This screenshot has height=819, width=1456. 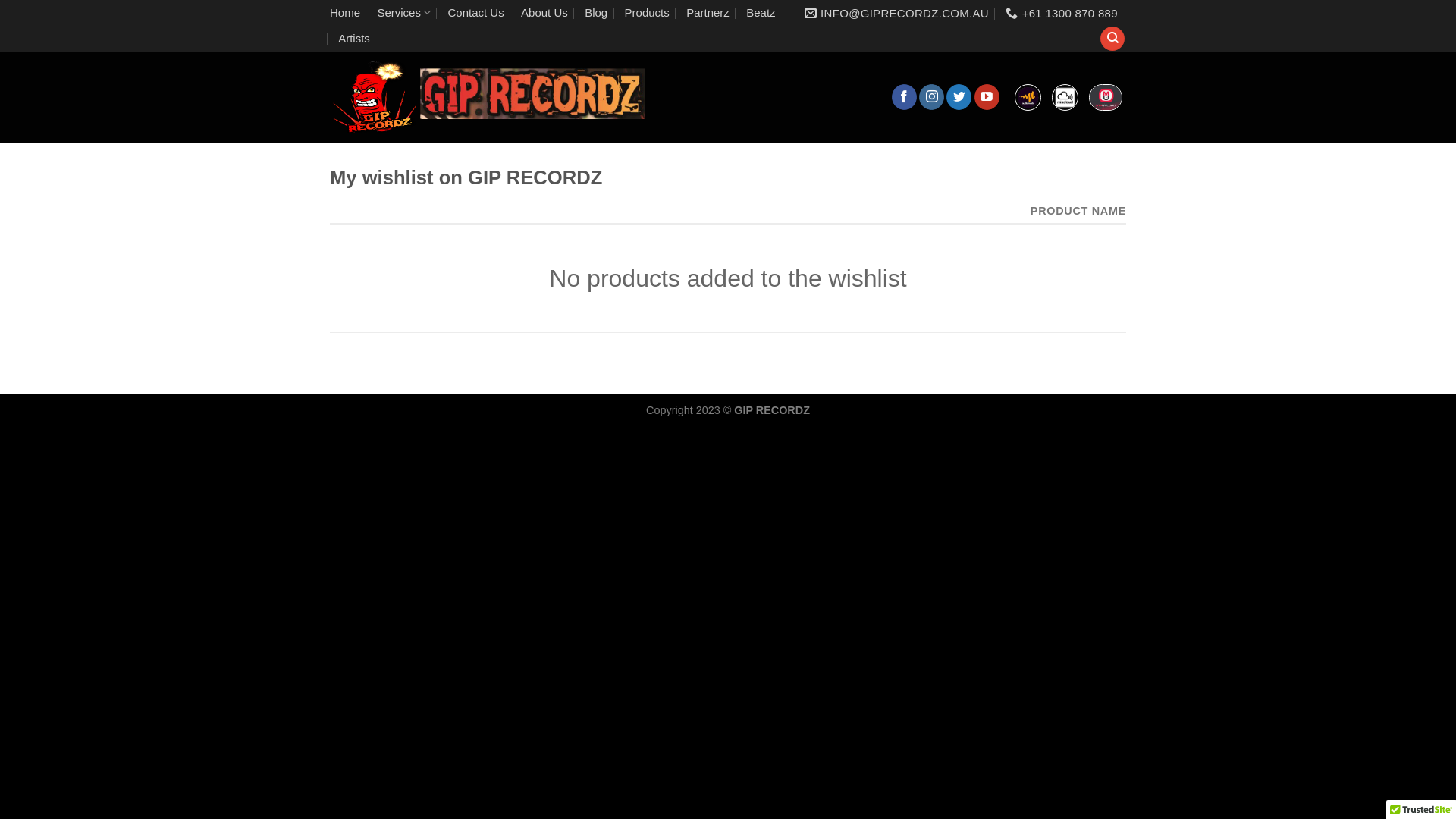 What do you see at coordinates (353, 37) in the screenshot?
I see `'Artists'` at bounding box center [353, 37].